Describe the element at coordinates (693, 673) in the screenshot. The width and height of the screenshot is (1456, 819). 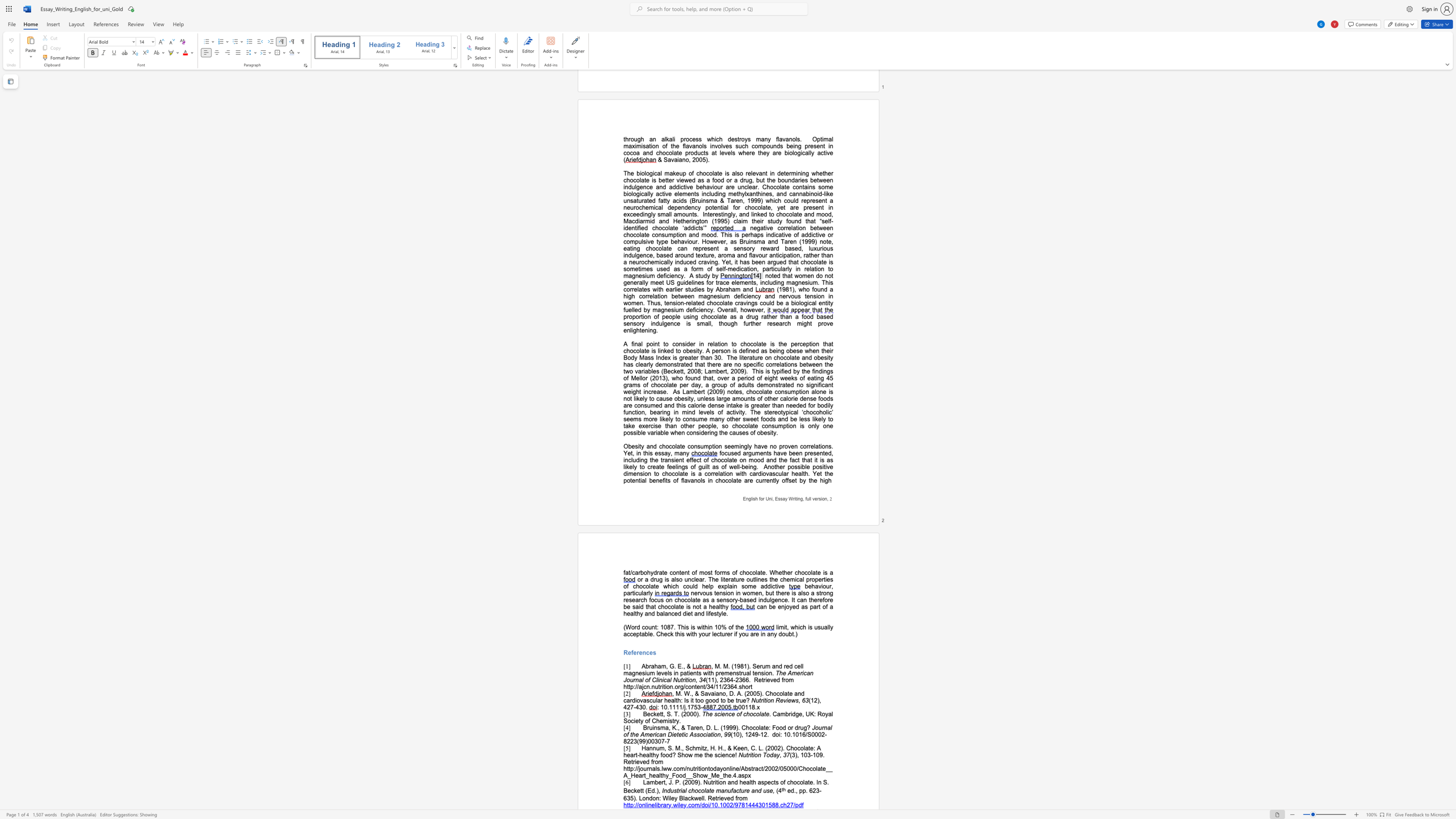
I see `the subset text "nts wit" within the text ", M. M. (1981). Serum and red cell magnesium levels in patients with premenstrual tension."` at that location.